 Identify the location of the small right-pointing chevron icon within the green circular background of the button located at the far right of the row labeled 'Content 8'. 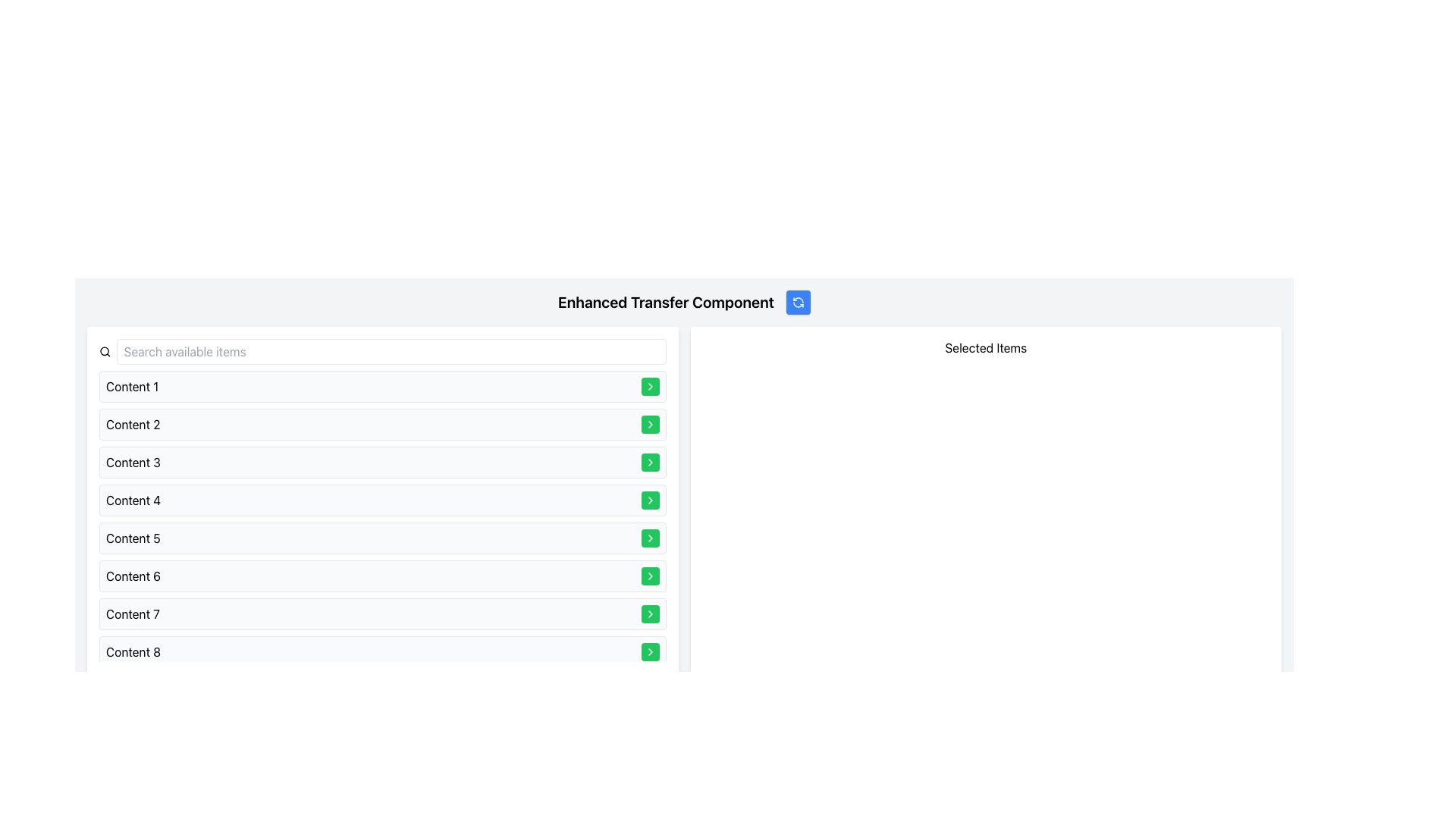
(650, 651).